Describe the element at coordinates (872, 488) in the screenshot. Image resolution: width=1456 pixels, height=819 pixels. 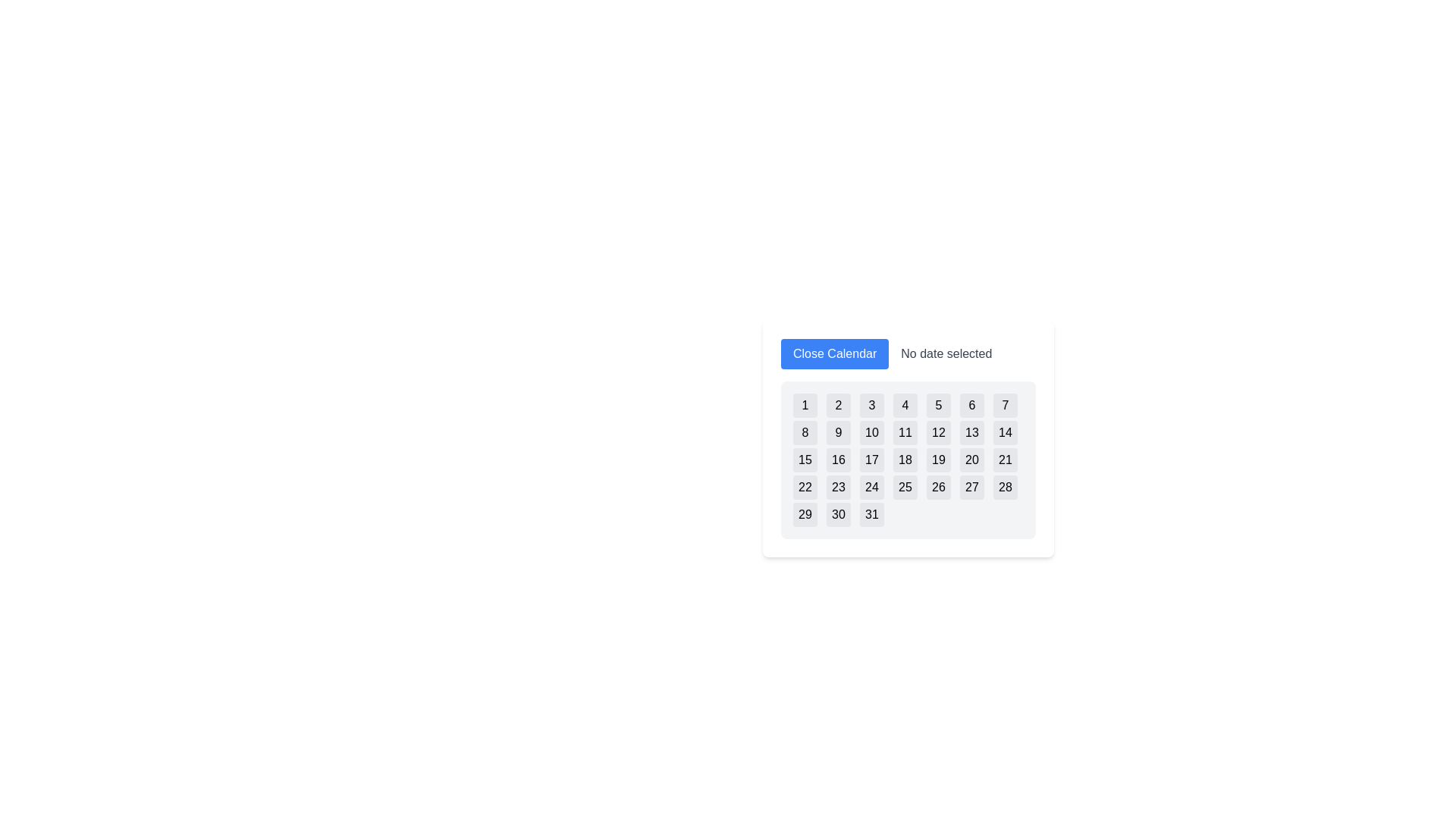
I see `the square-shaped button with the number '24' centered inside it` at that location.